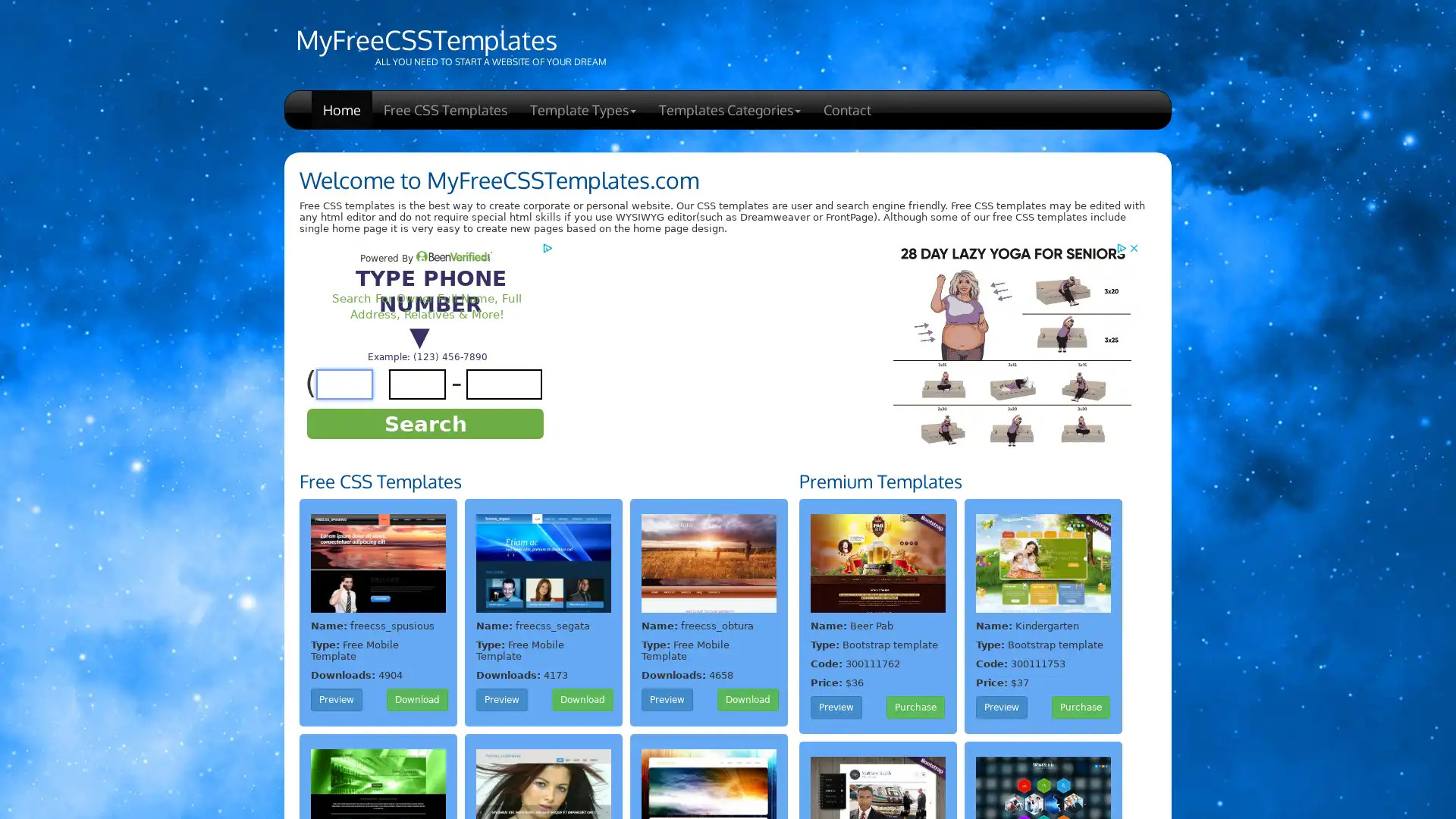  What do you see at coordinates (667, 699) in the screenshot?
I see `Preview` at bounding box center [667, 699].